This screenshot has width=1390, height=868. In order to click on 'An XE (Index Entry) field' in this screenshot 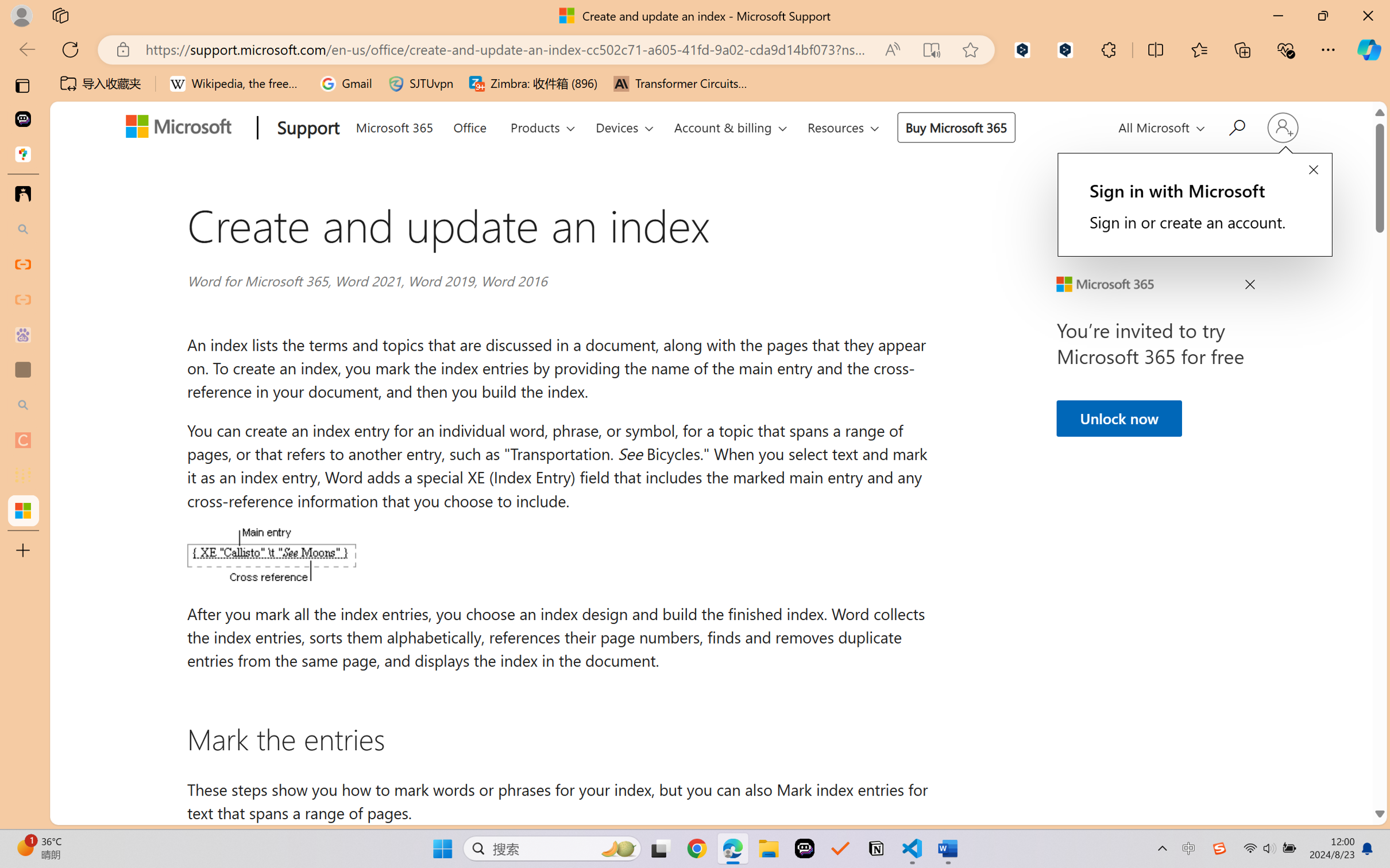, I will do `click(271, 553)`.